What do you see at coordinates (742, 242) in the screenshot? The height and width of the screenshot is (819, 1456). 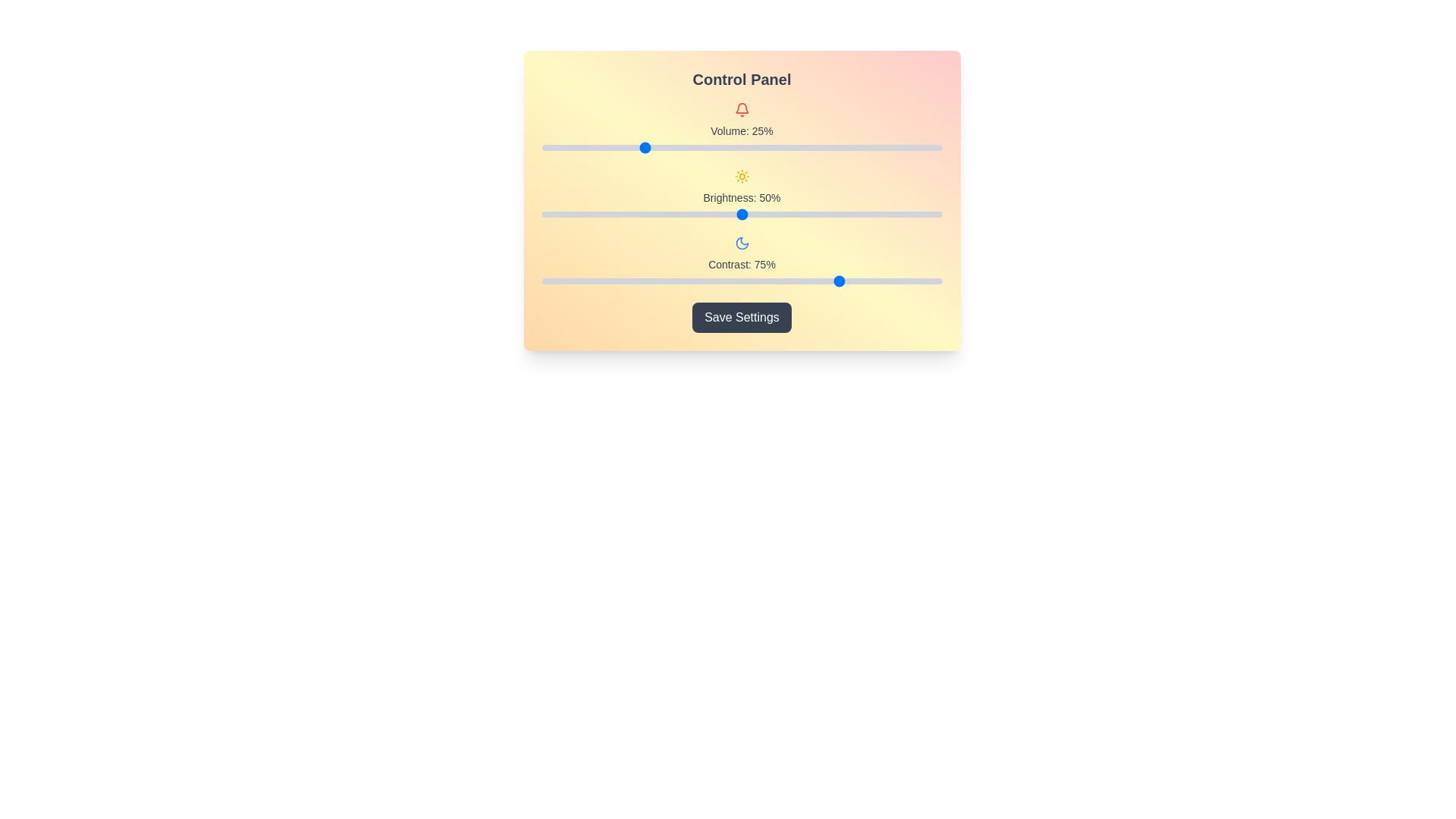 I see `the moon icon located in the 'Contrast' section of the control panel, which serves as a visual indicator for contrast level` at bounding box center [742, 242].